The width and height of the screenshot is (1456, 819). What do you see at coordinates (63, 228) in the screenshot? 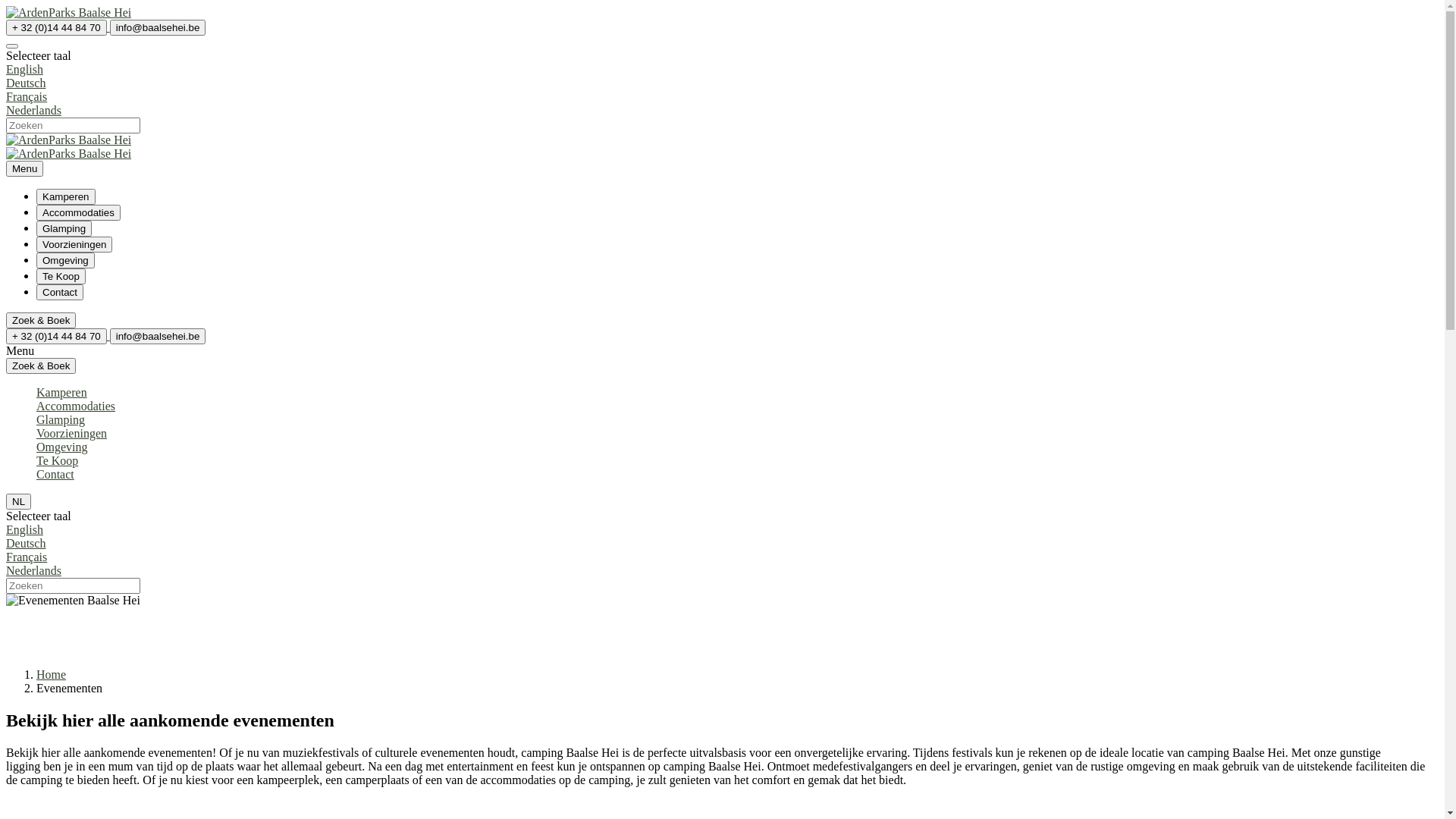
I see `'Glamping'` at bounding box center [63, 228].